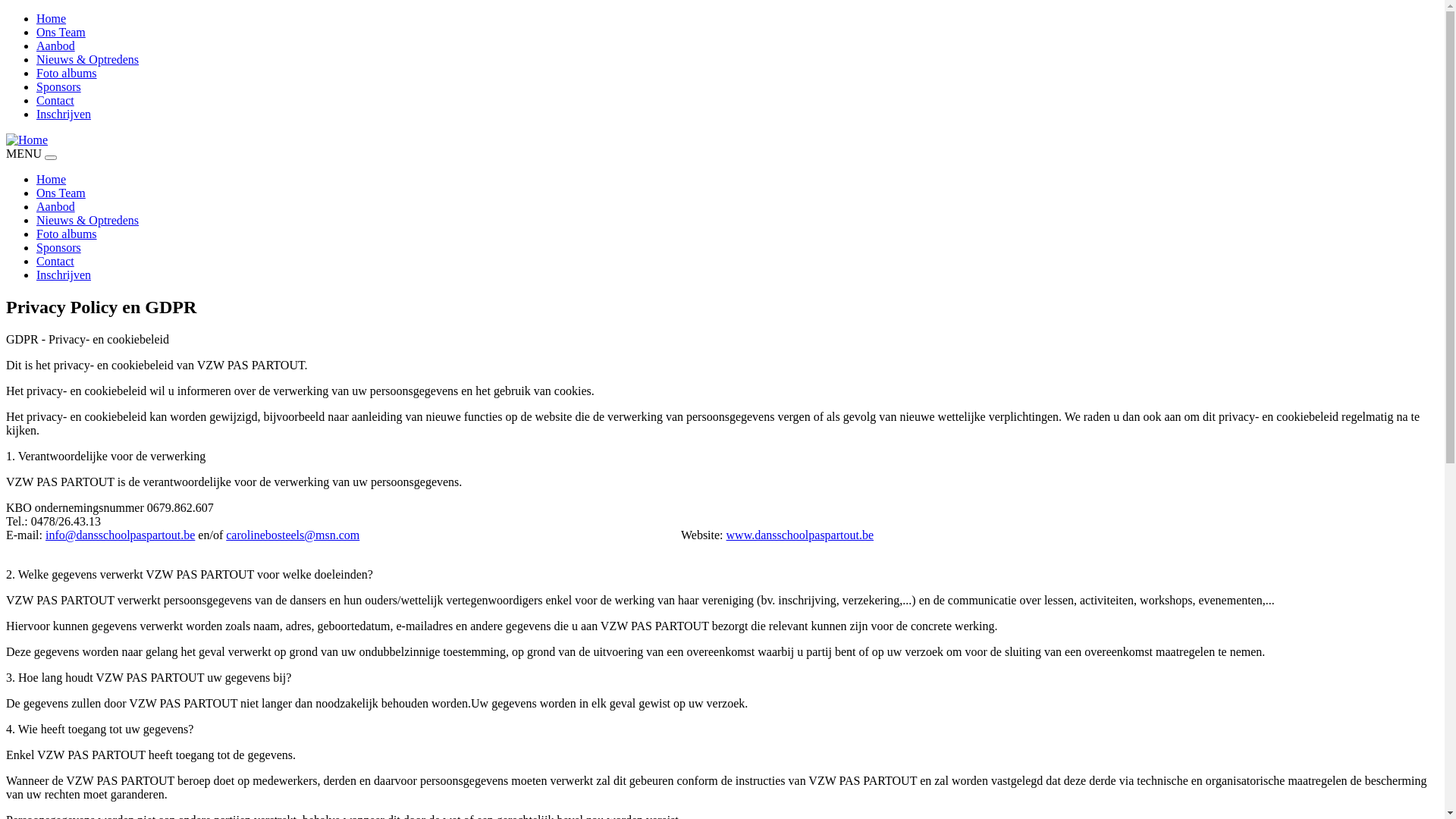 The width and height of the screenshot is (1456, 819). Describe the element at coordinates (36, 100) in the screenshot. I see `'Contact'` at that location.